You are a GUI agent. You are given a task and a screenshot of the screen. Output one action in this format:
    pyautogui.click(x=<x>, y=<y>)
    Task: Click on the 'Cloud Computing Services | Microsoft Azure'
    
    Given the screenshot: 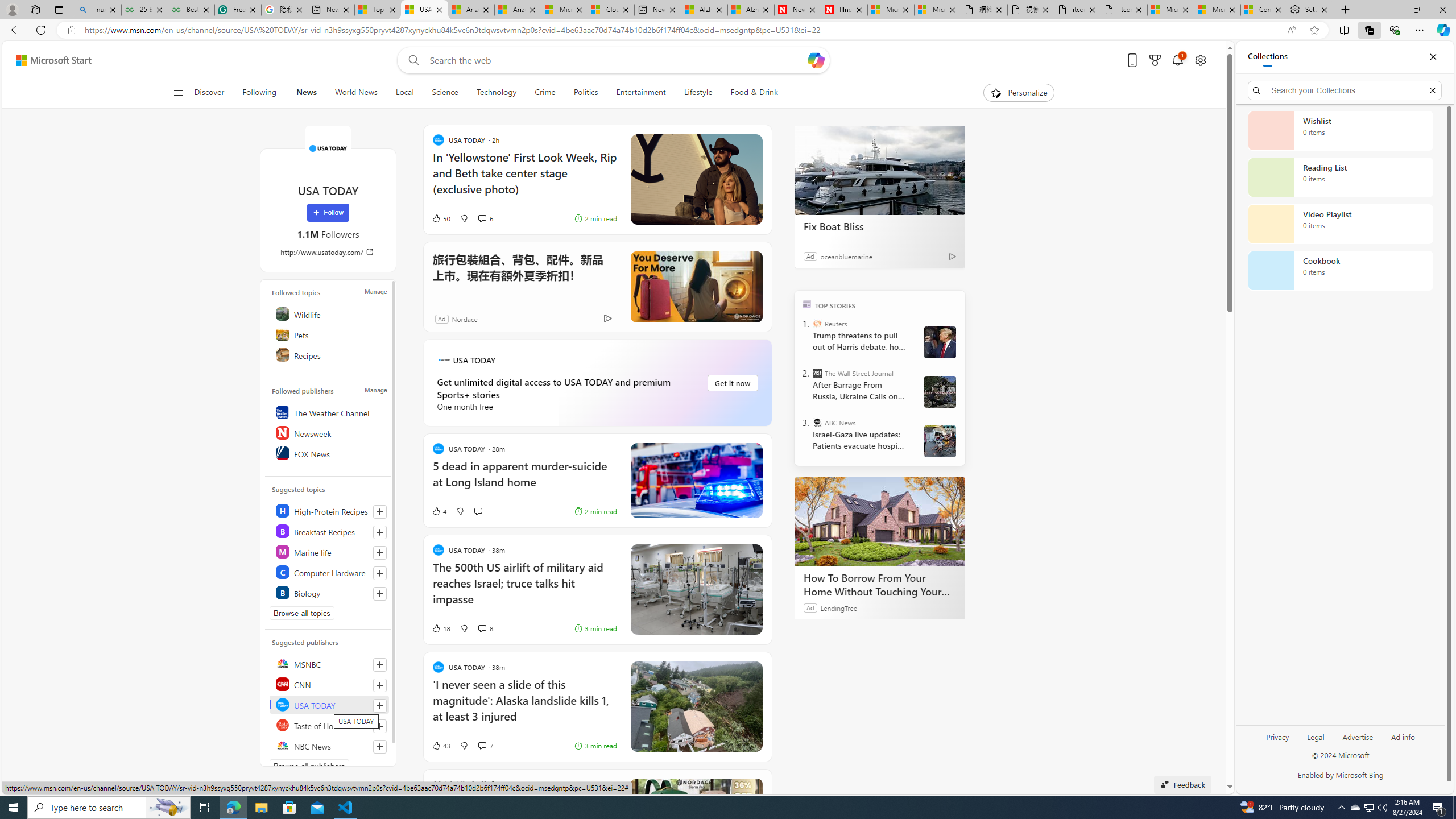 What is the action you would take?
    pyautogui.click(x=610, y=9)
    